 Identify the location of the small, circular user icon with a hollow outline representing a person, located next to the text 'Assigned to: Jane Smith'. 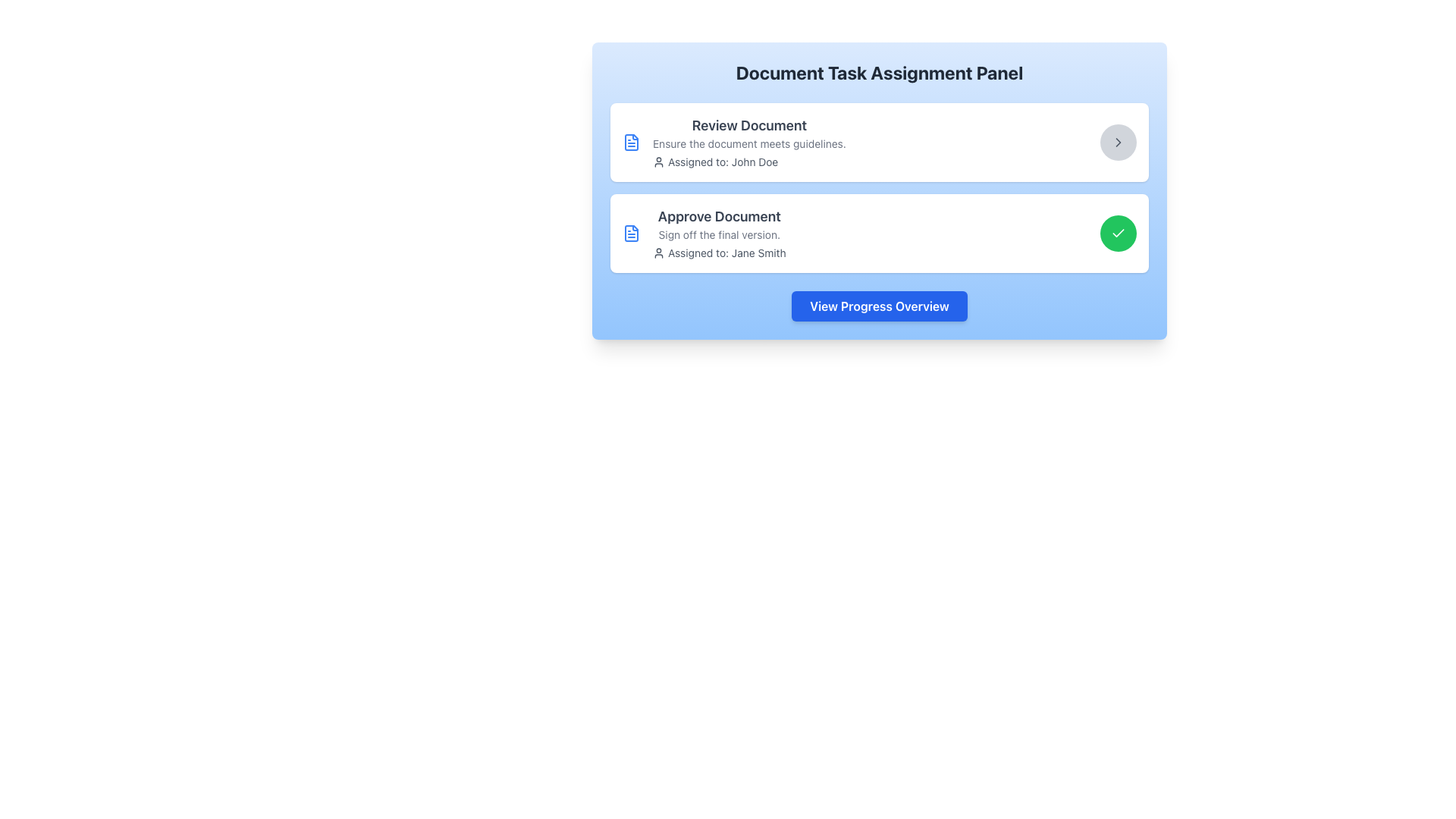
(658, 253).